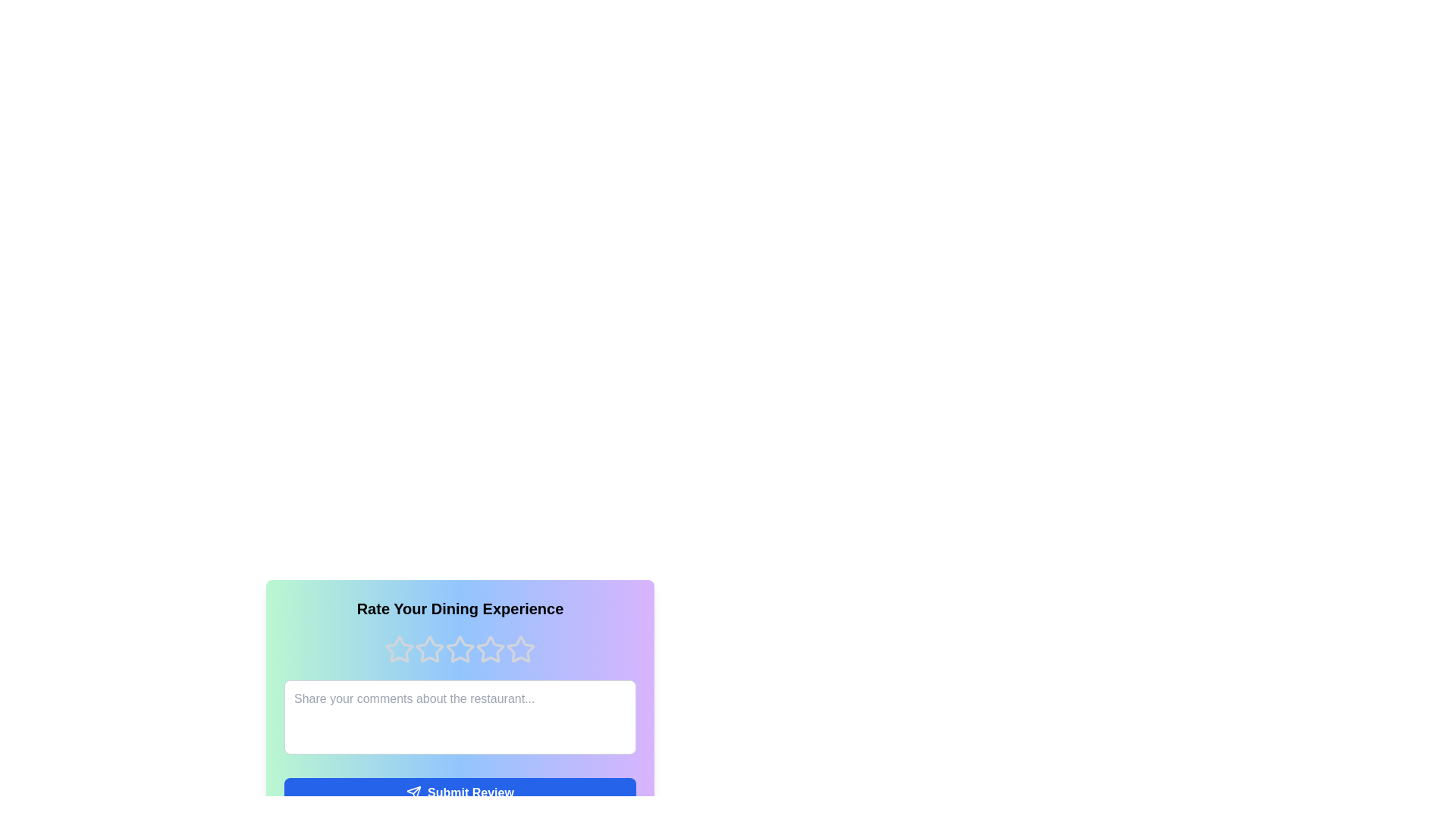 This screenshot has width=1456, height=819. I want to click on the second rating star icon in the five-star rating system, so click(459, 648).